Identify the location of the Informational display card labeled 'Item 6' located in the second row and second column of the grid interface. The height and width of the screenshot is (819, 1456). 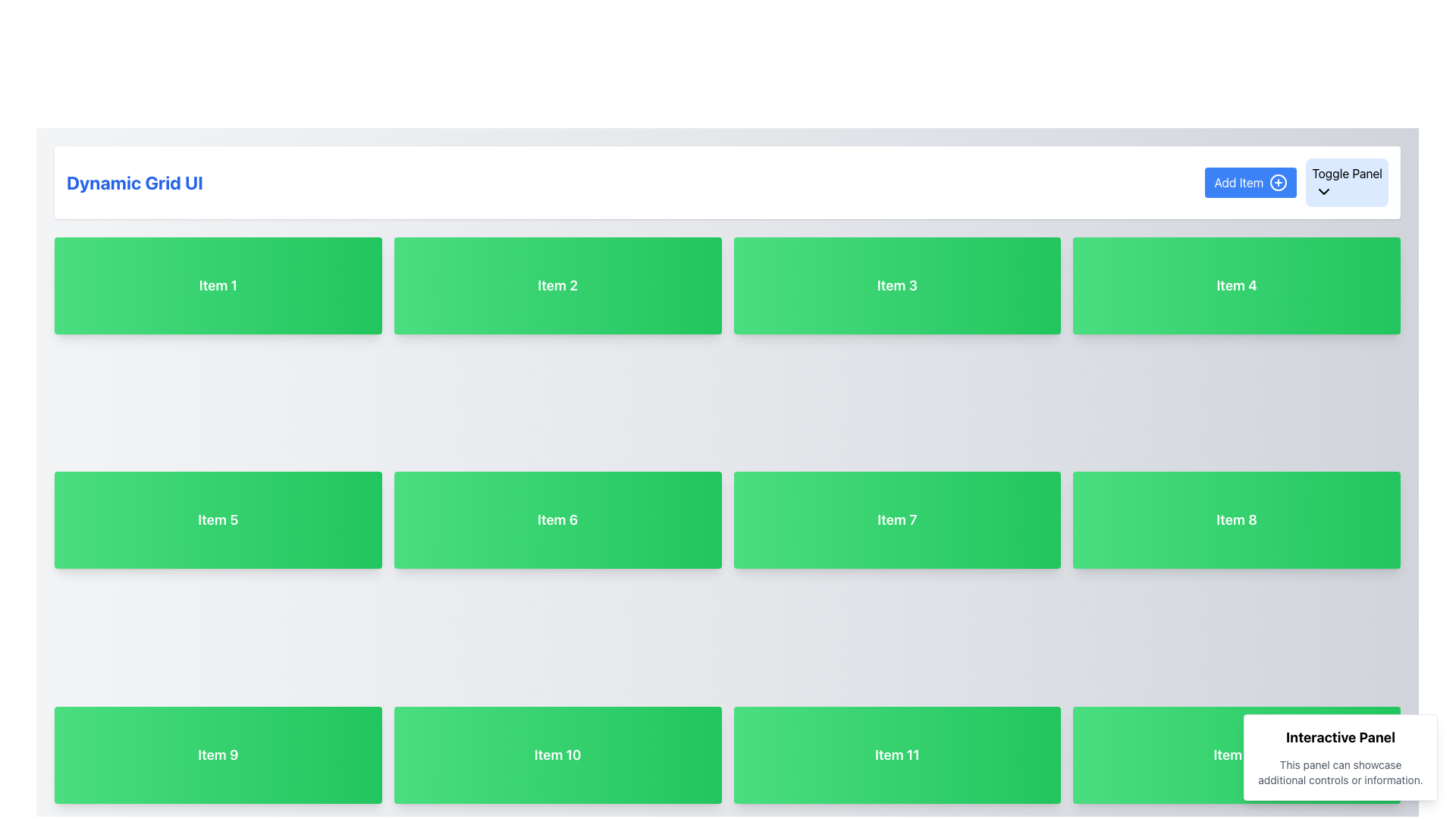
(557, 519).